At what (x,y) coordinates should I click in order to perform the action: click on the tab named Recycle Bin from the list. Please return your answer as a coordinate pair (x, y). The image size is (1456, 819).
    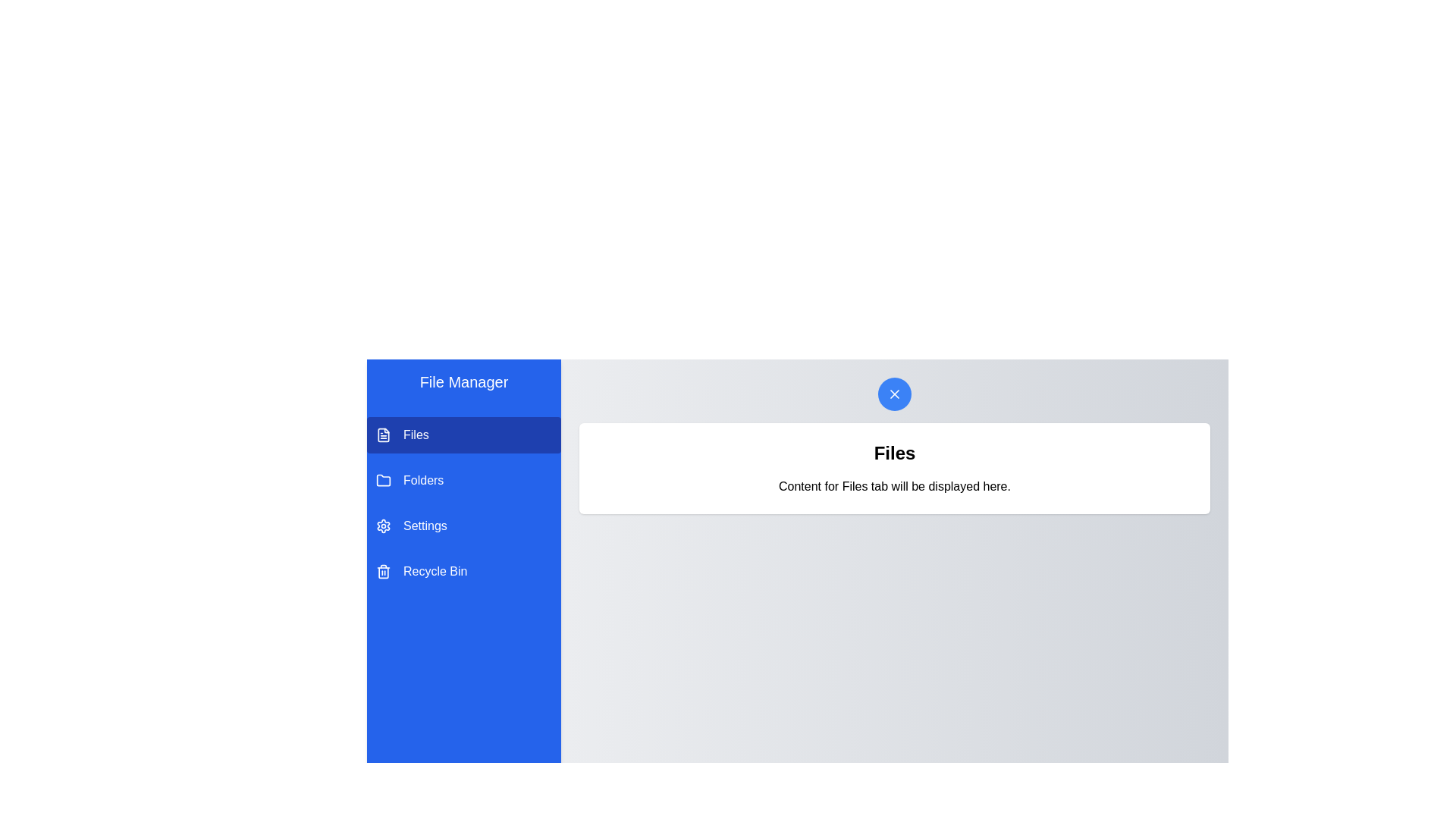
    Looking at the image, I should click on (463, 571).